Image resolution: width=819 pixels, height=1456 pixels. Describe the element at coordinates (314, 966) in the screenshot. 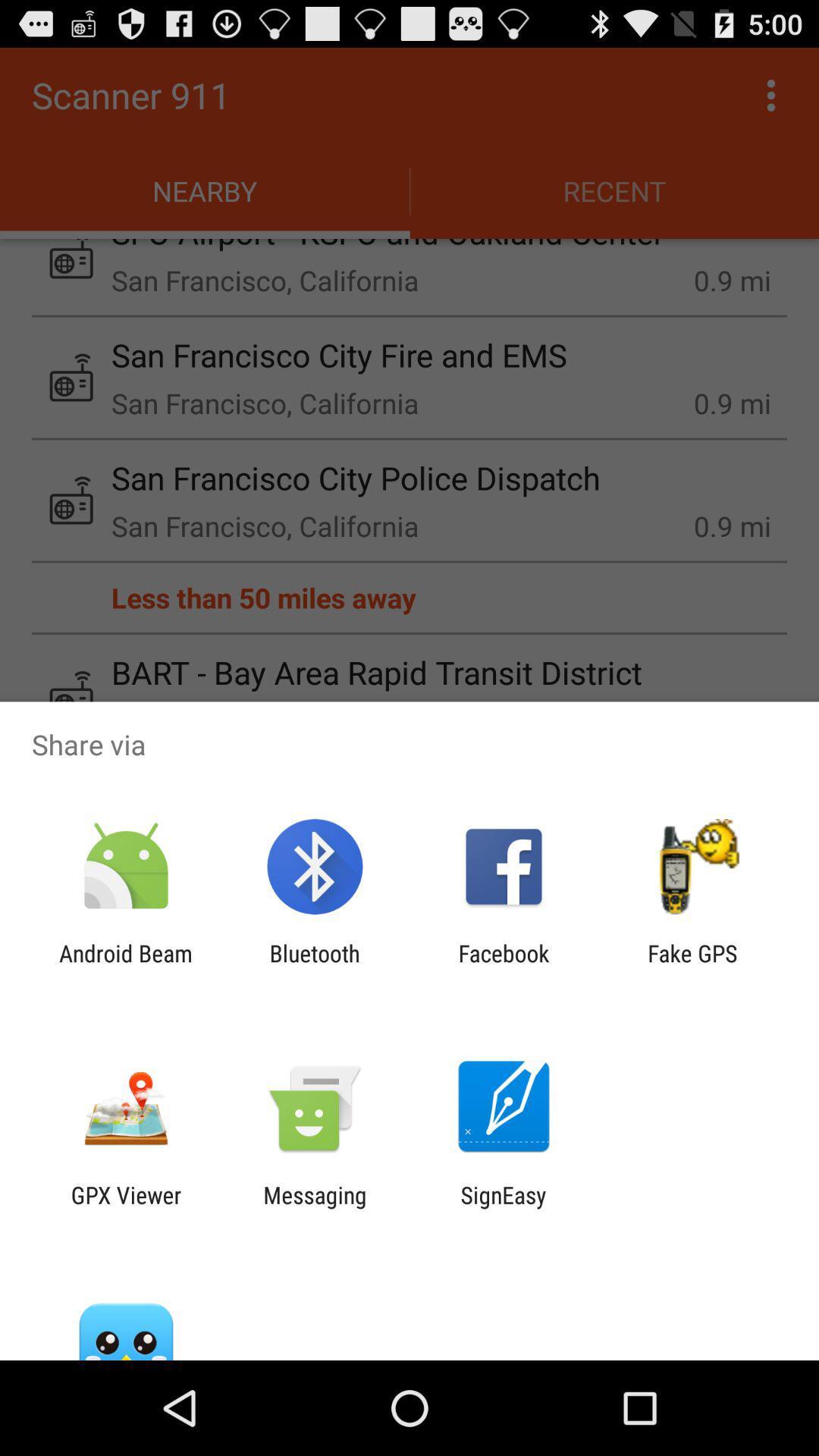

I see `the bluetooth item` at that location.